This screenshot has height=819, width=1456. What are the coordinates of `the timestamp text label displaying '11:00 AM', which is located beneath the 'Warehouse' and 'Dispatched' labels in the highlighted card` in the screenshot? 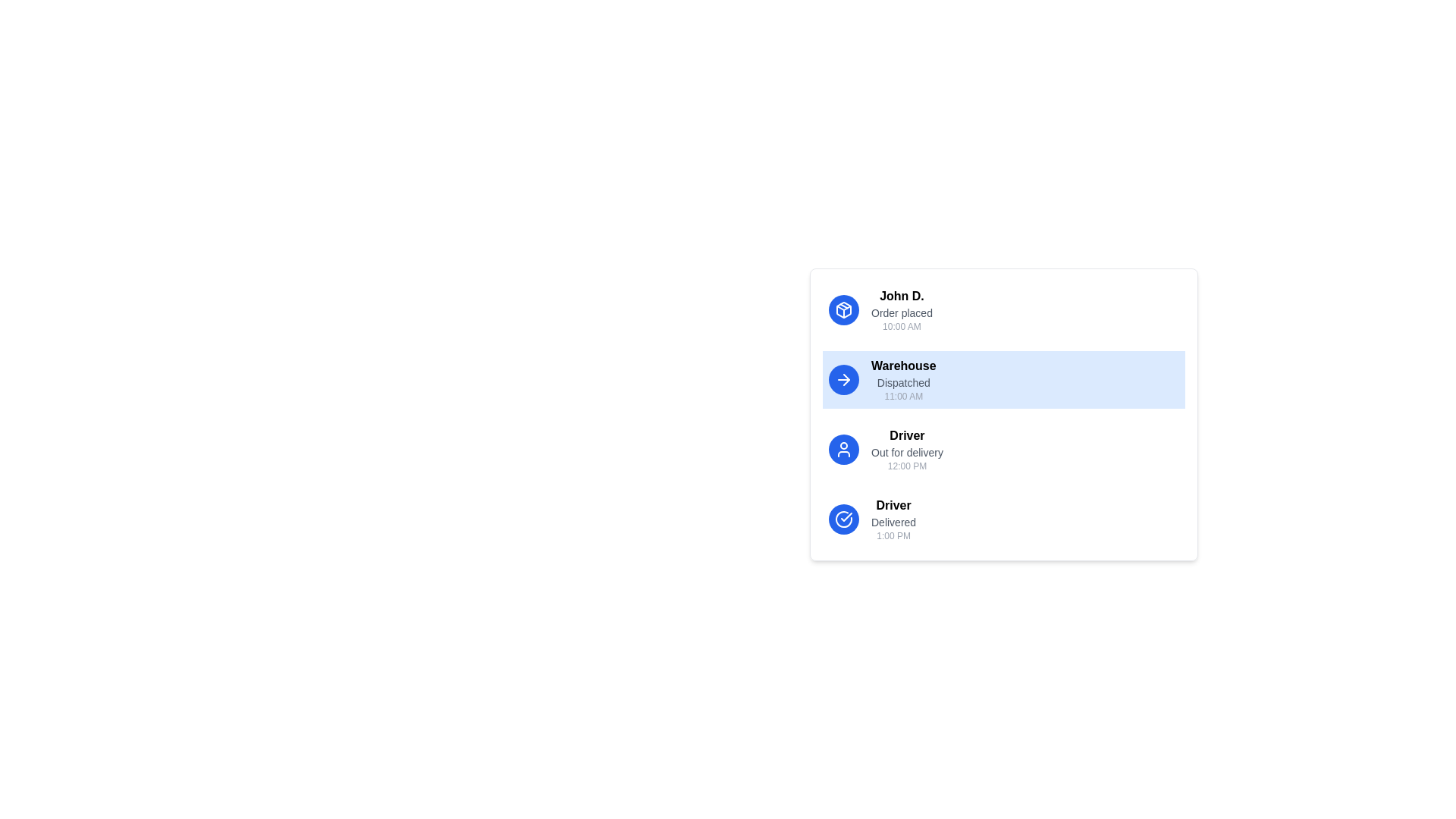 It's located at (903, 396).